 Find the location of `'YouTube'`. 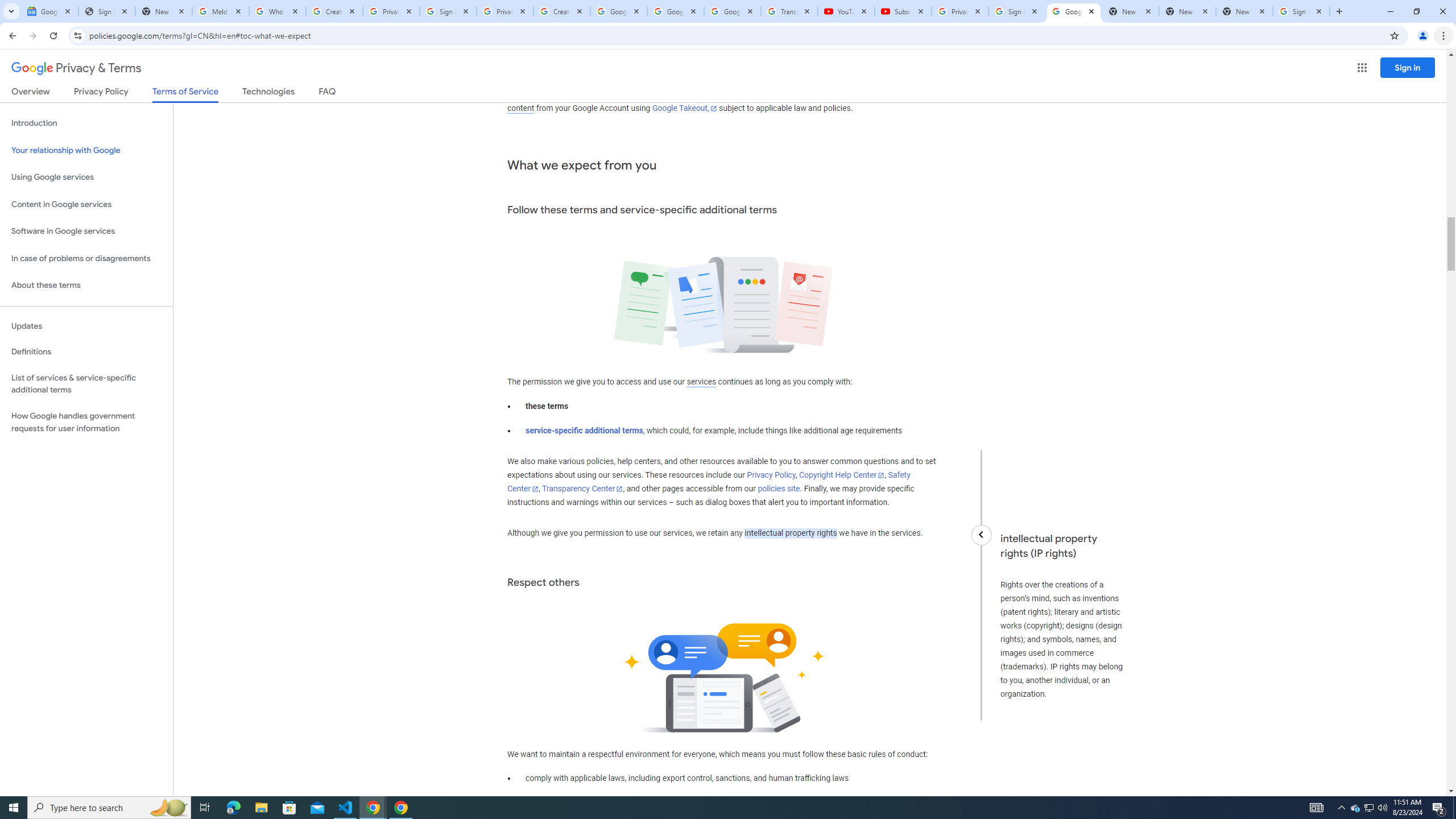

'YouTube' is located at coordinates (846, 11).